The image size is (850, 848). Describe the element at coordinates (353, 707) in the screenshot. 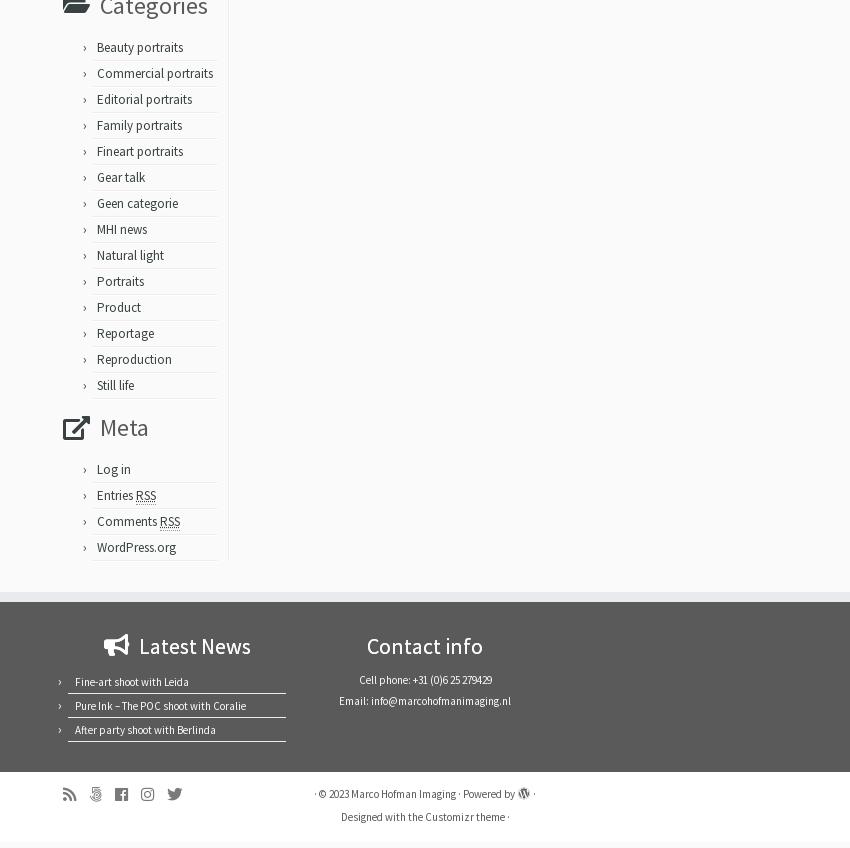

I see `'Email:'` at that location.